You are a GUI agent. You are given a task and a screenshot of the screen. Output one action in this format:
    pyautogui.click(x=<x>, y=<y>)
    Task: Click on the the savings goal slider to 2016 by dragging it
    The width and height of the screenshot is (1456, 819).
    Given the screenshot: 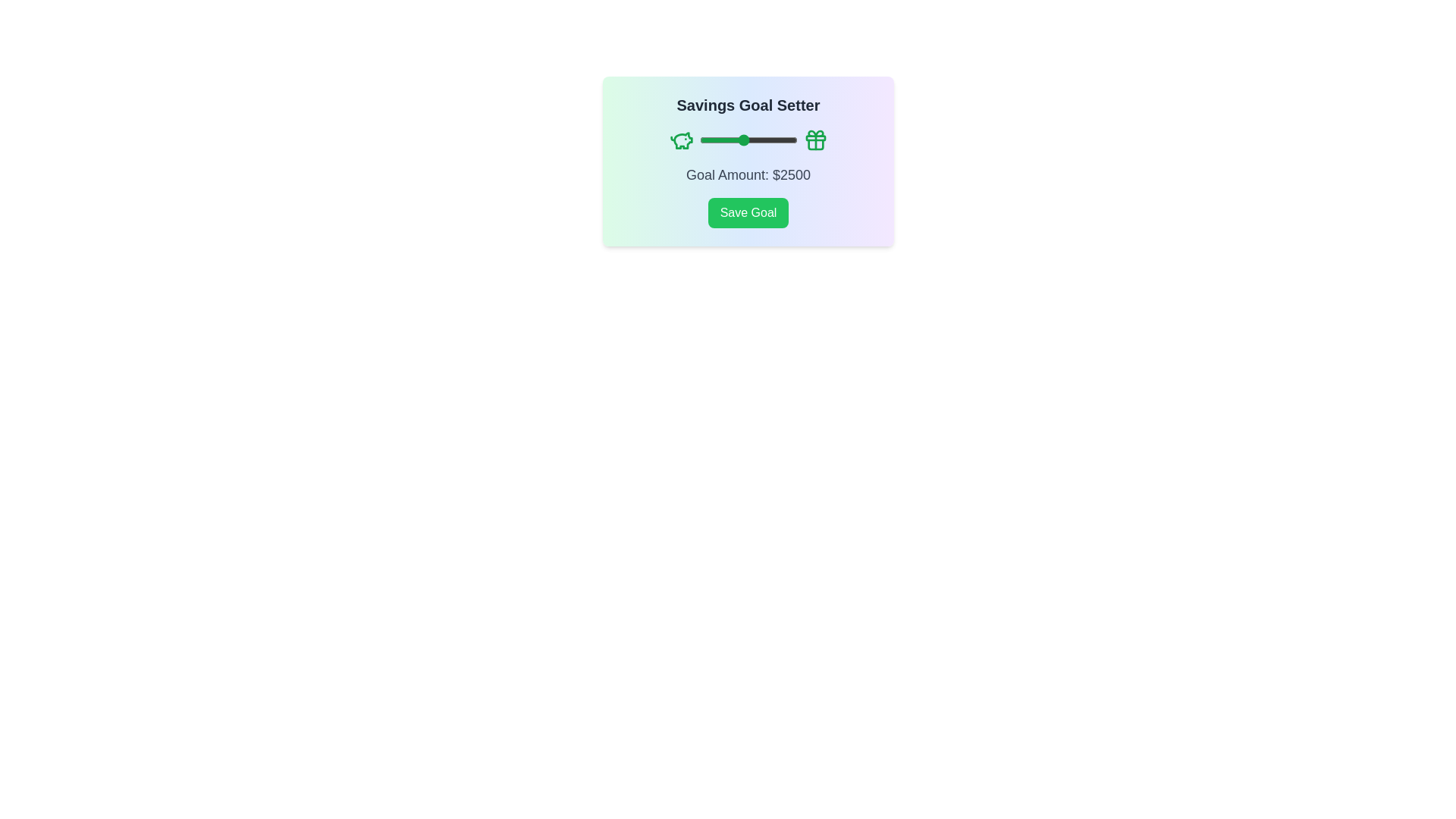 What is the action you would take?
    pyautogui.click(x=732, y=140)
    